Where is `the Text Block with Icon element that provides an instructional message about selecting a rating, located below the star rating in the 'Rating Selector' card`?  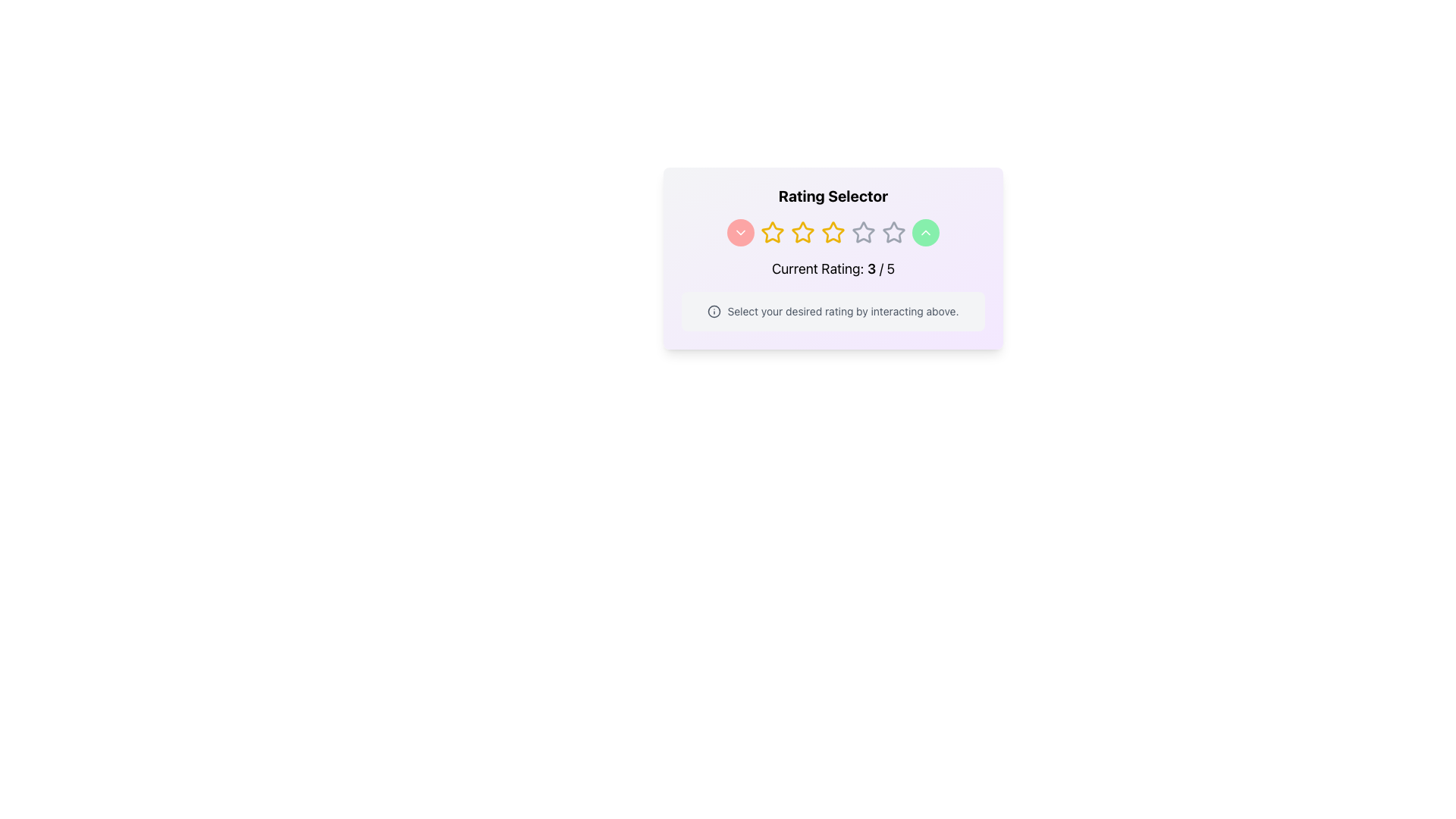
the Text Block with Icon element that provides an instructional message about selecting a rating, located below the star rating in the 'Rating Selector' card is located at coordinates (833, 311).